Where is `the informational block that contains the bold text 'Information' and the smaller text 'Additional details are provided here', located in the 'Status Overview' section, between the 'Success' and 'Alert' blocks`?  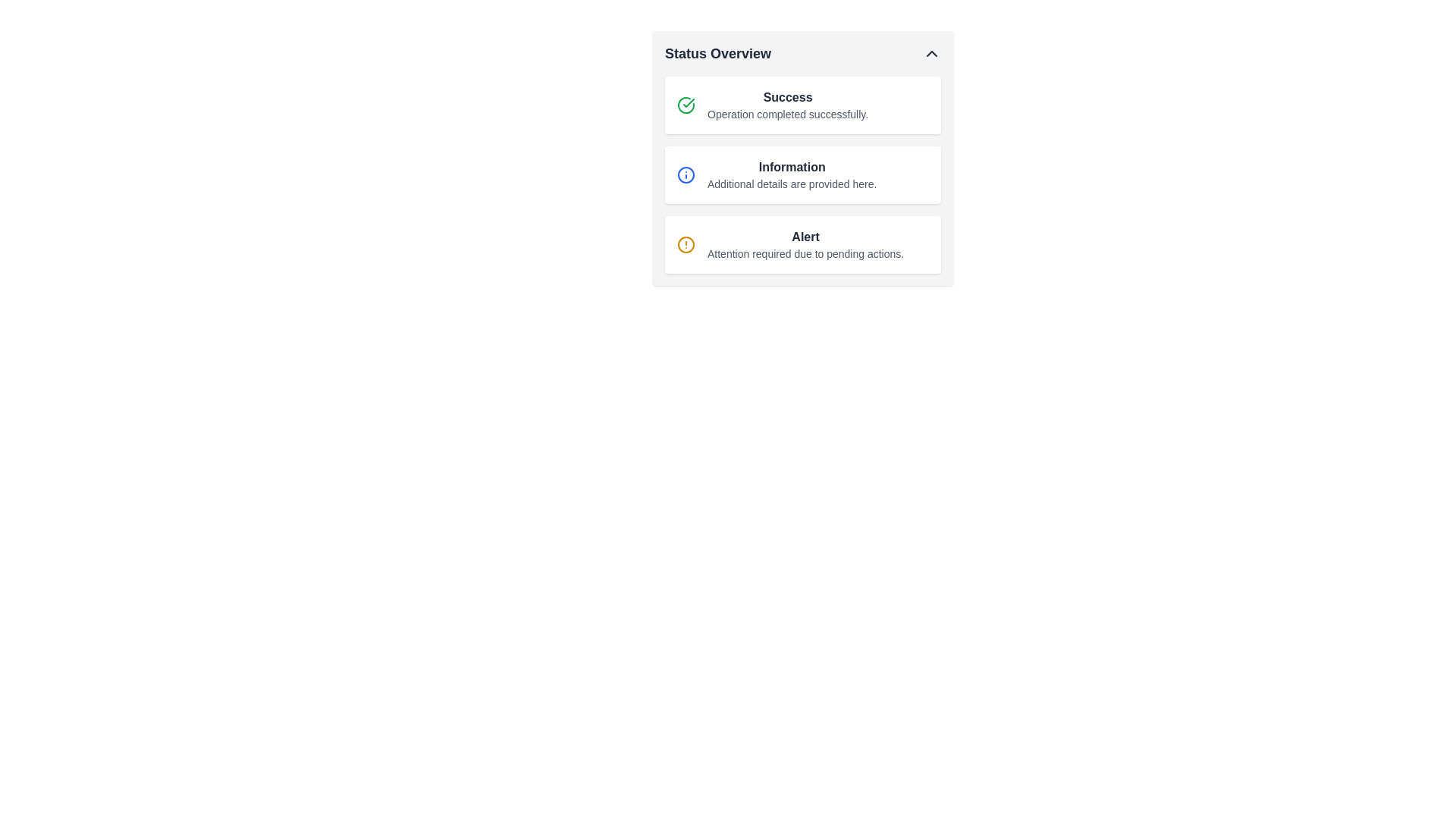
the informational block that contains the bold text 'Information' and the smaller text 'Additional details are provided here', located in the 'Status Overview' section, between the 'Success' and 'Alert' blocks is located at coordinates (802, 174).